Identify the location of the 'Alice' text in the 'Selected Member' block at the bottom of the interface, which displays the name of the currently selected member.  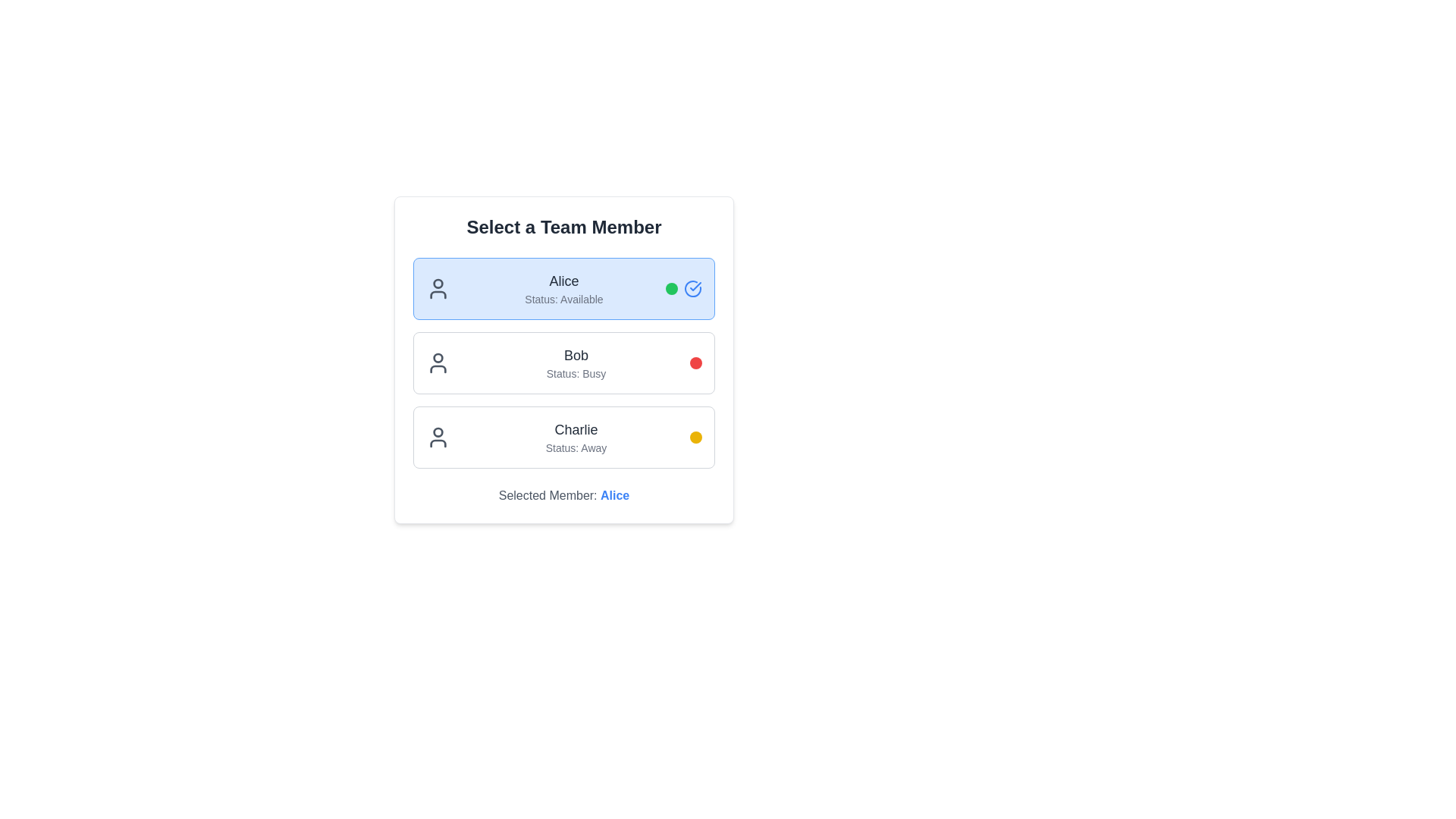
(615, 495).